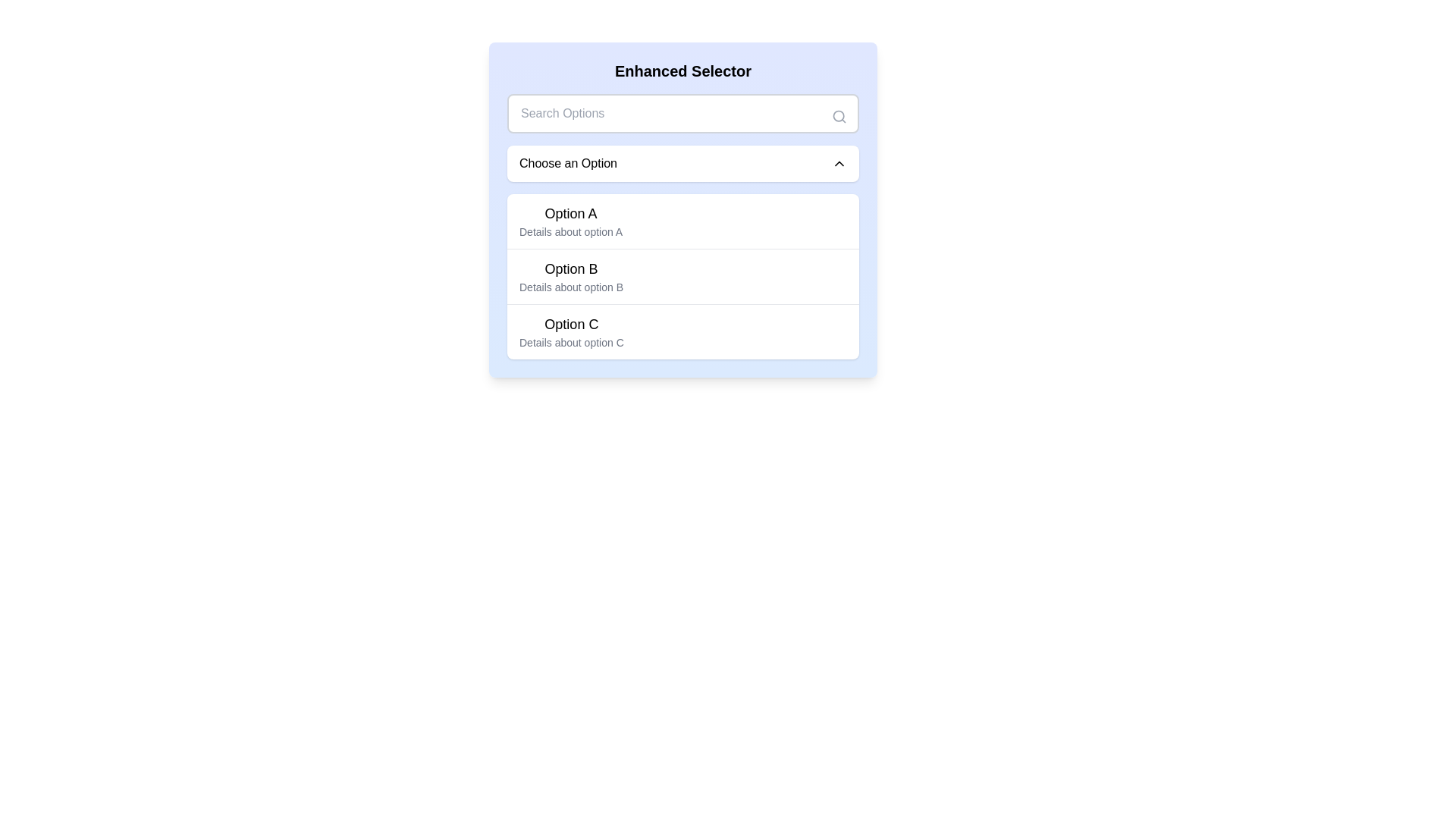 This screenshot has height=819, width=1456. What do you see at coordinates (570, 268) in the screenshot?
I see `the 'Option B' label text in the second row of the dropdown menu, which is displayed in bold, medium-sized font` at bounding box center [570, 268].